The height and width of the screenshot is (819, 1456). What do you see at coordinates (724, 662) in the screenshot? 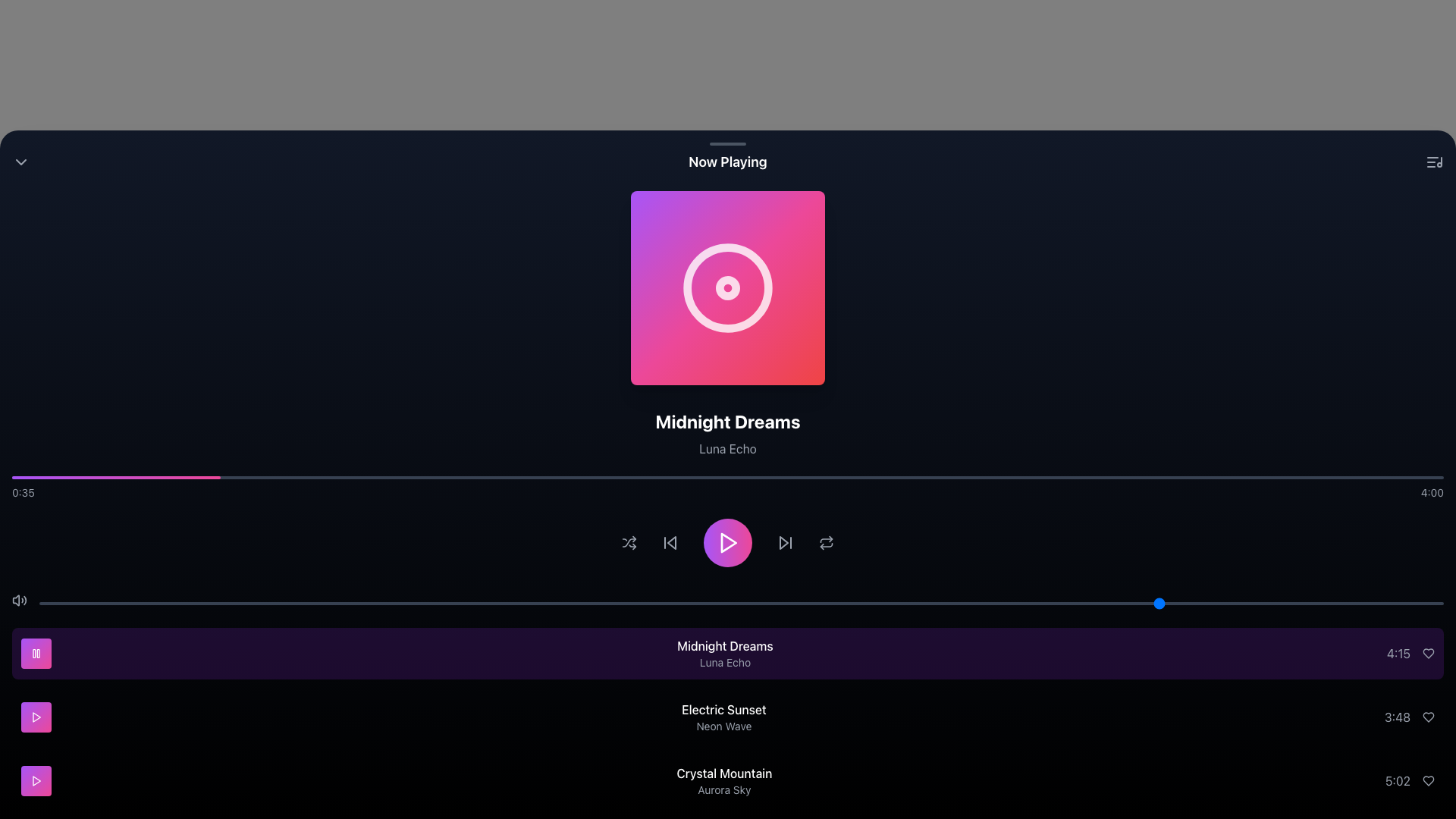
I see `the text label that provides additional information about the artist name of the song, located immediately below the 'Midnight Dreams' element` at bounding box center [724, 662].